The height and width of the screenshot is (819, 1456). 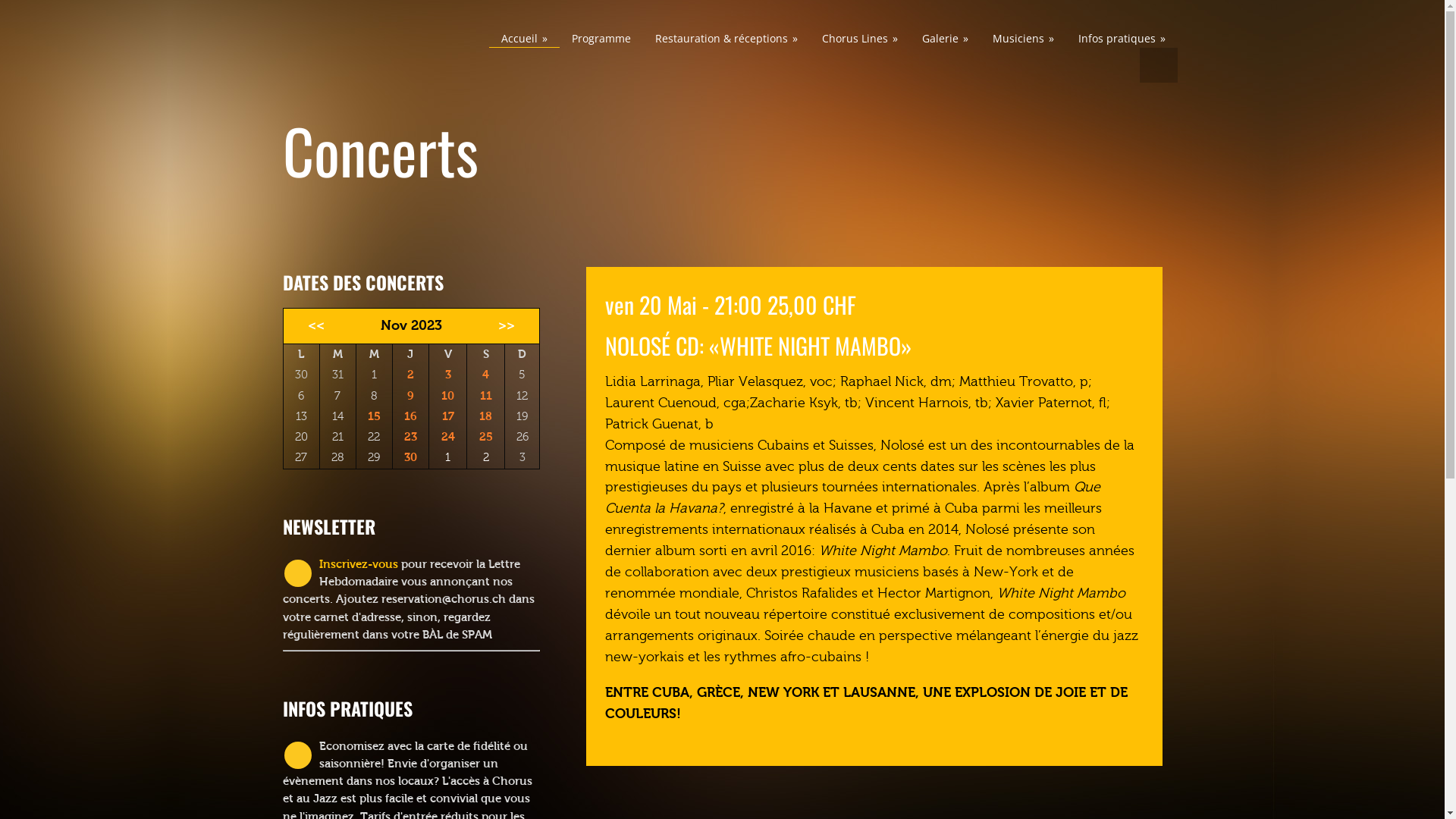 I want to click on '15', so click(x=367, y=416).